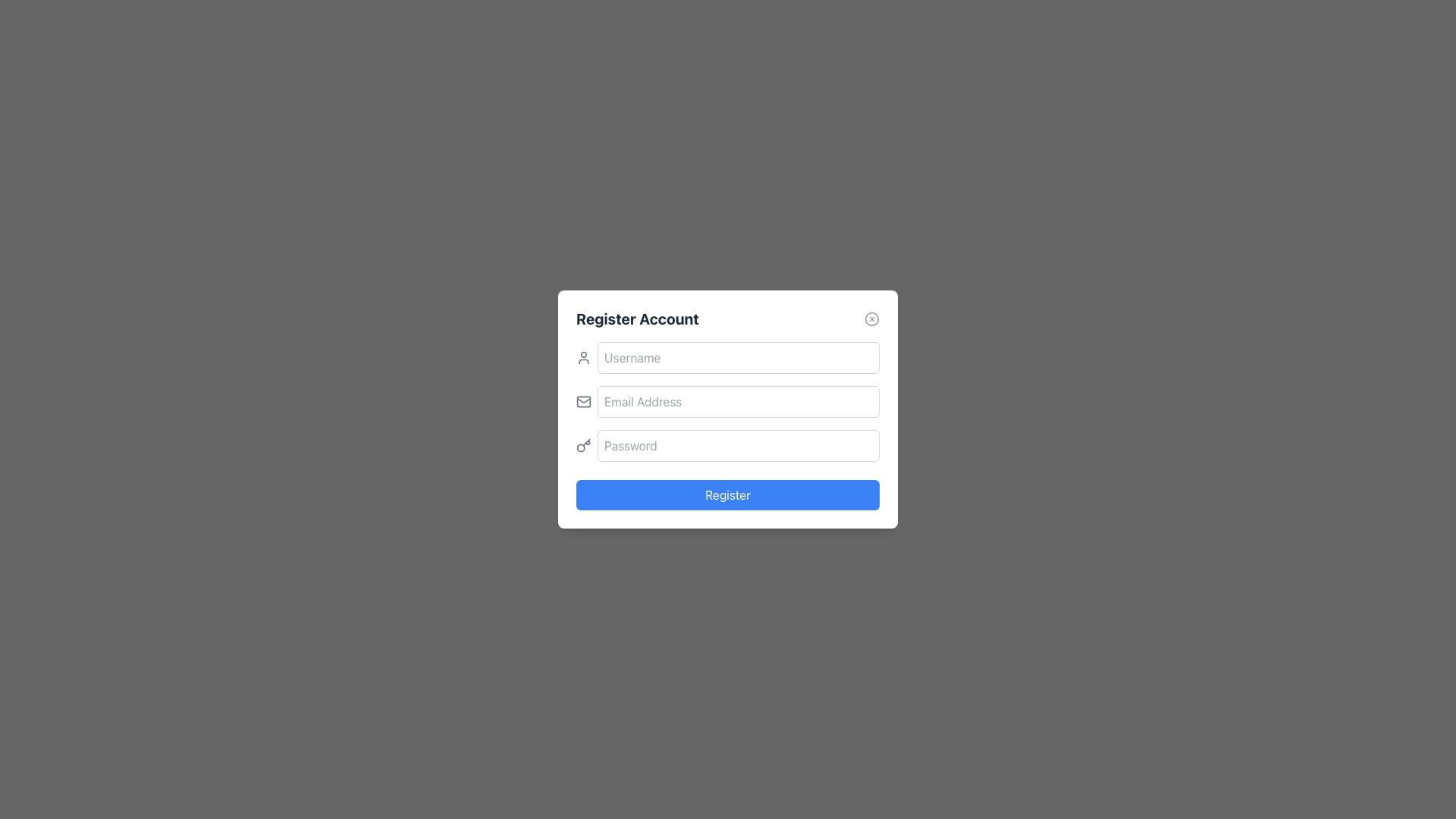  Describe the element at coordinates (582, 400) in the screenshot. I see `the background rectangle component of the envelope icon, which signifies an email or message context, located to the left of the 'Email Address' text input field` at that location.